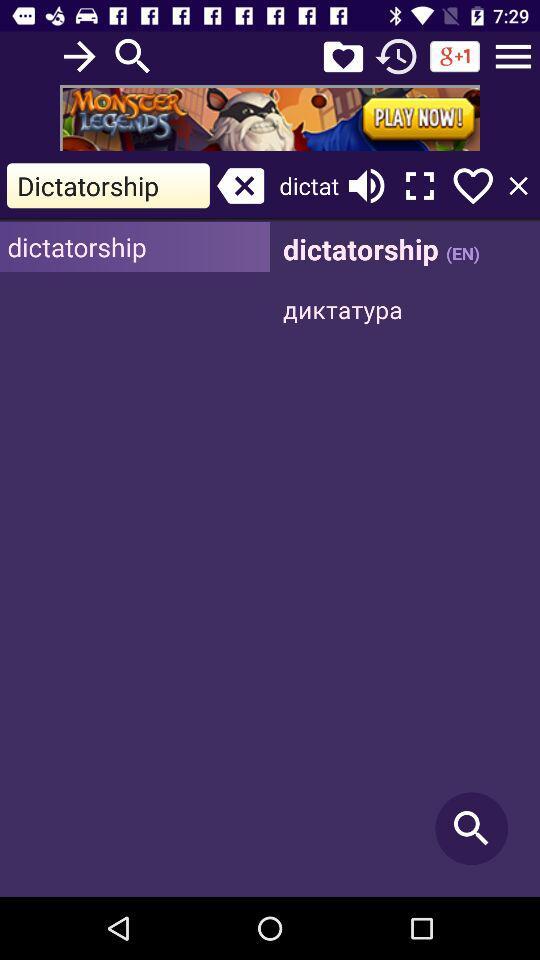 Image resolution: width=540 pixels, height=960 pixels. Describe the element at coordinates (419, 185) in the screenshot. I see `make fullscreen` at that location.